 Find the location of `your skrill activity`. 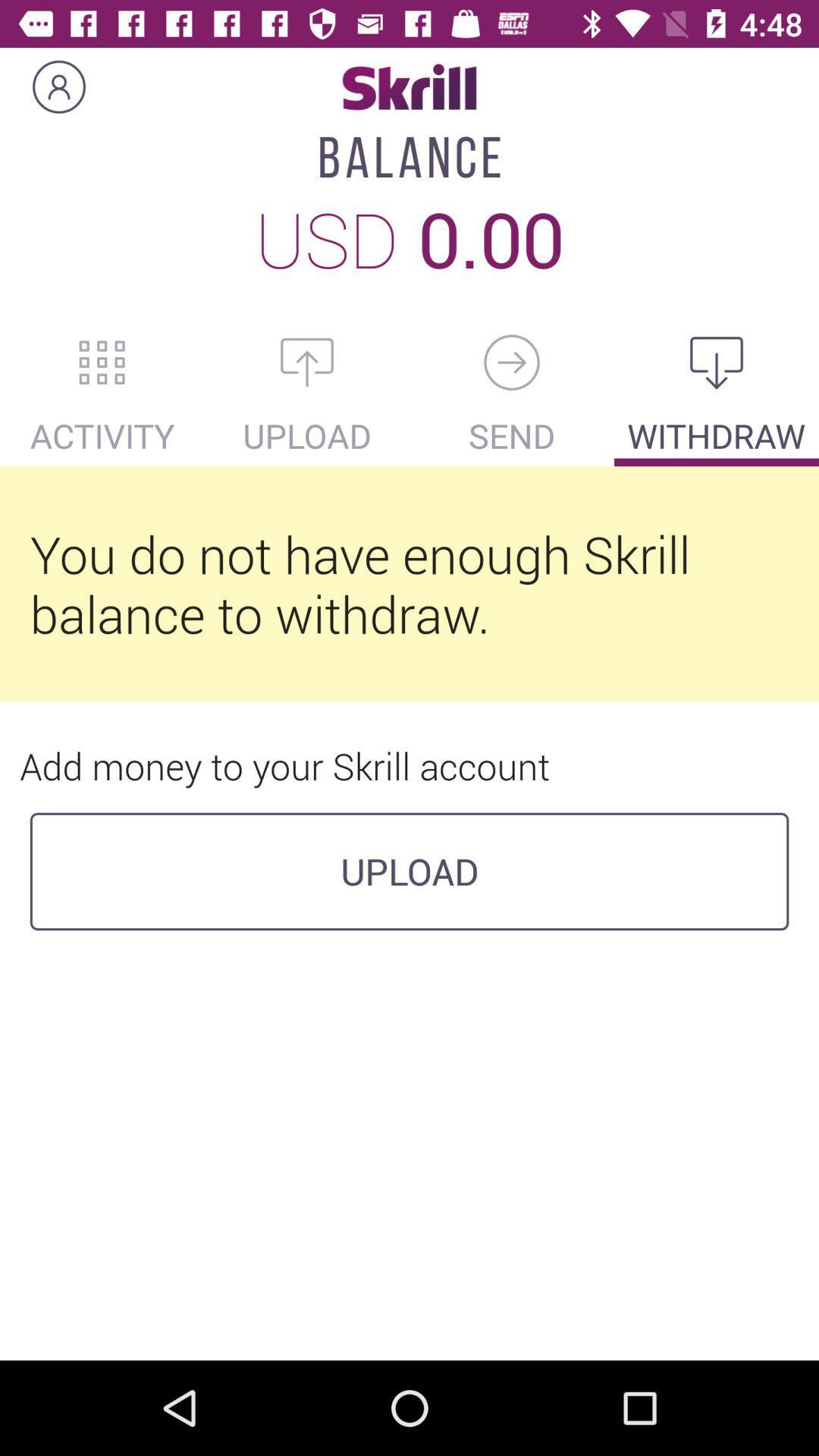

your skrill activity is located at coordinates (102, 362).